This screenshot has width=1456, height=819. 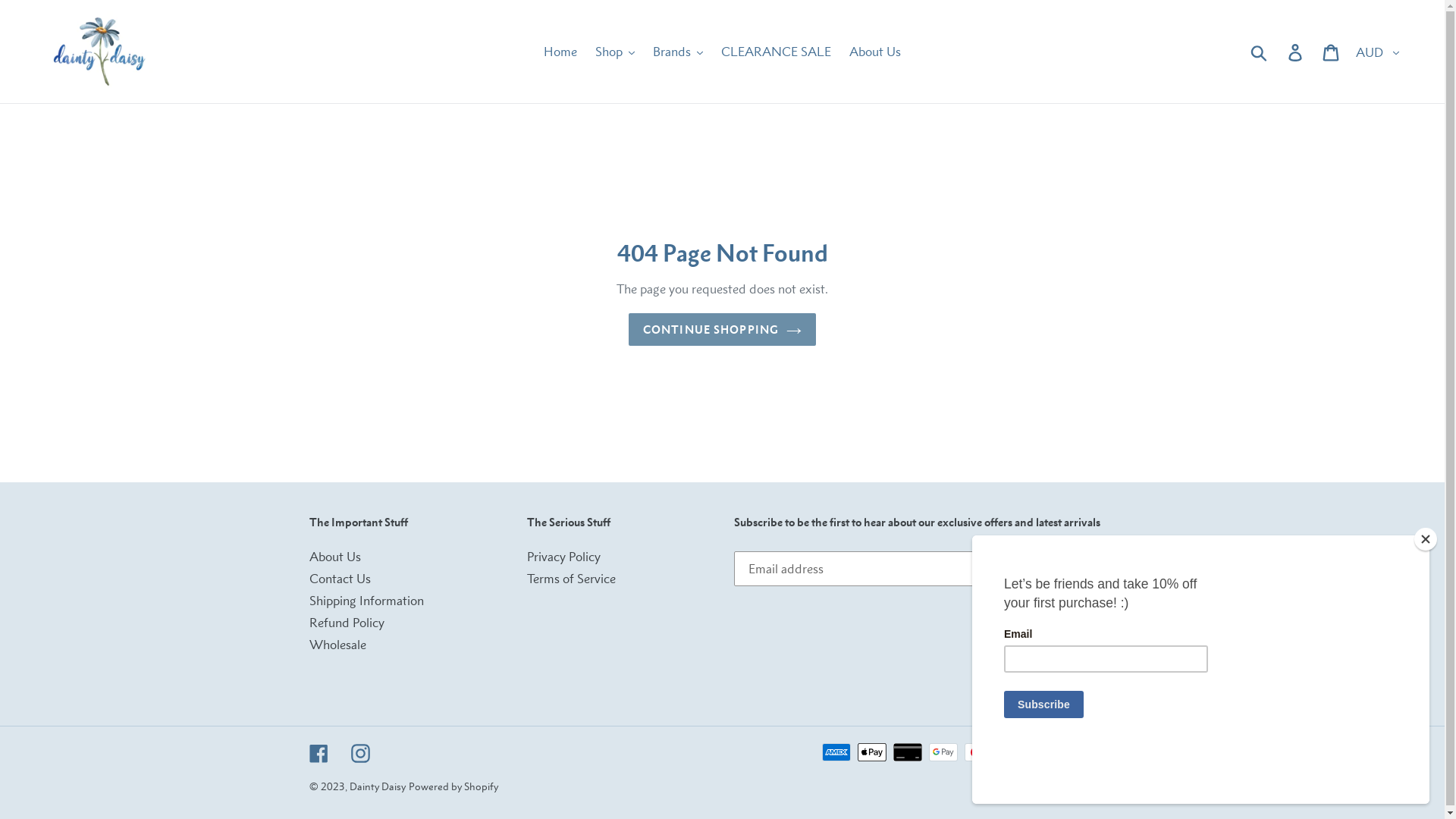 I want to click on 'CLEARANCE SALE', so click(x=776, y=51).